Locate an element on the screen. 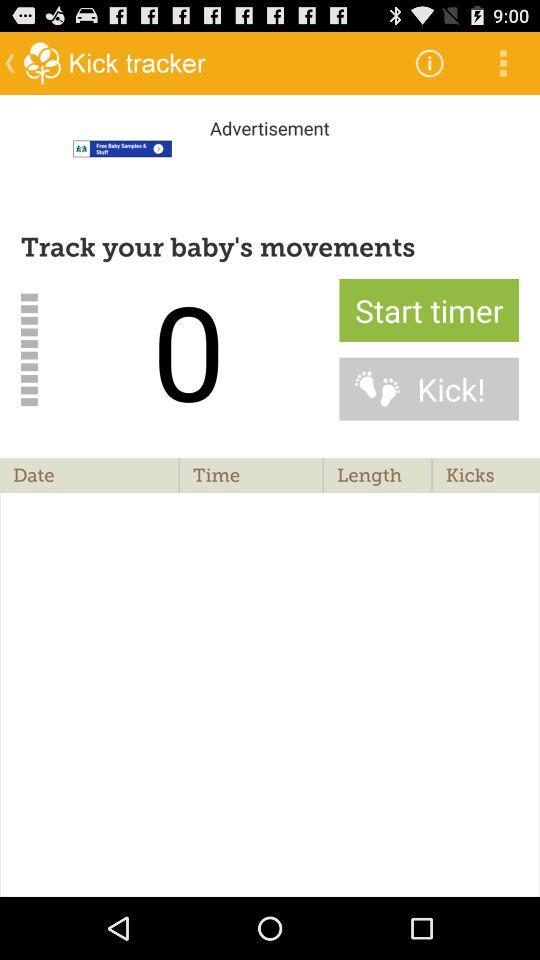 The width and height of the screenshot is (540, 960). the three doted option which is right side to the information icon is located at coordinates (502, 63).